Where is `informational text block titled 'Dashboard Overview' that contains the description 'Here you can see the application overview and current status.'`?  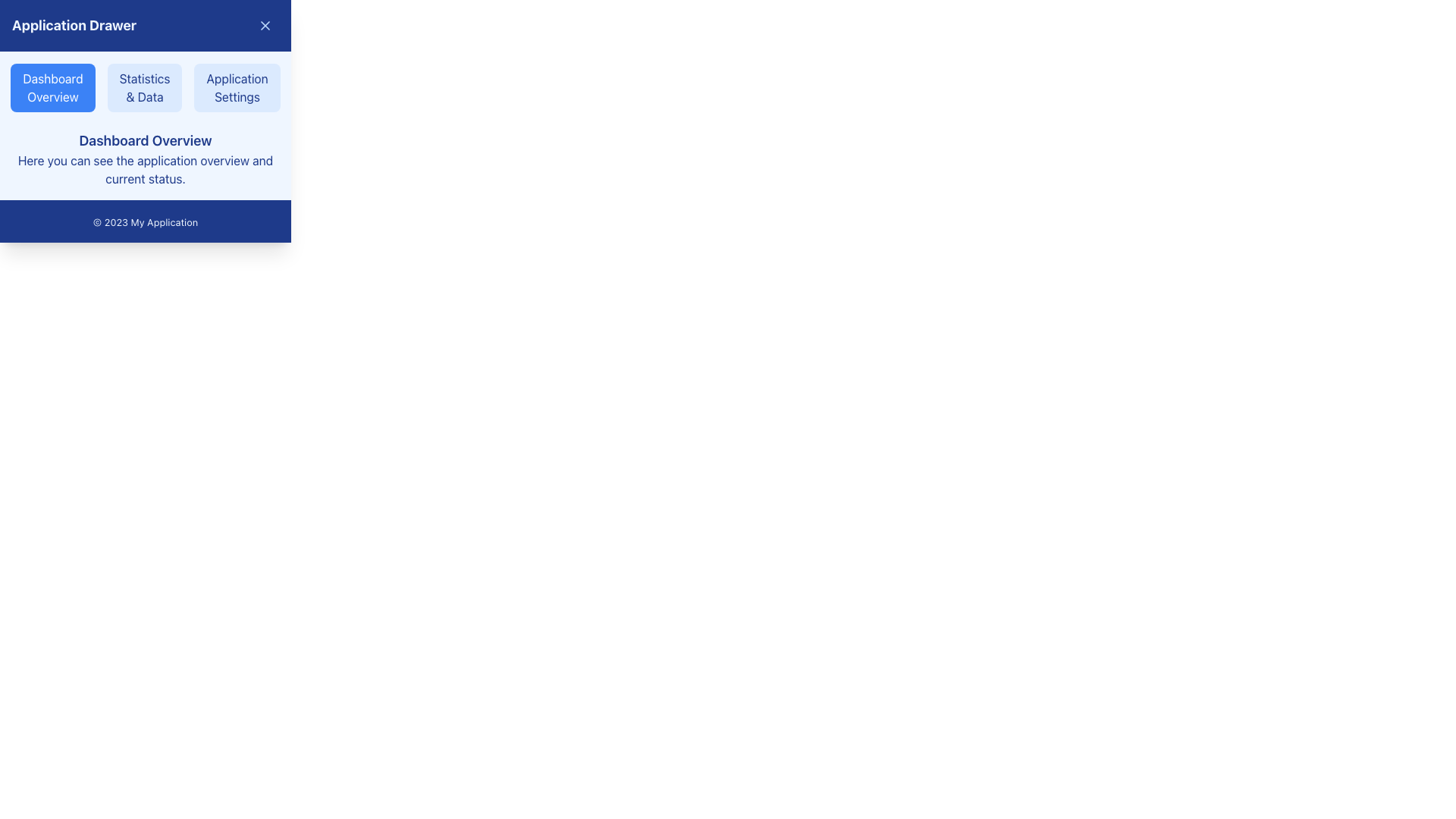 informational text block titled 'Dashboard Overview' that contains the description 'Here you can see the application overview and current status.' is located at coordinates (146, 158).